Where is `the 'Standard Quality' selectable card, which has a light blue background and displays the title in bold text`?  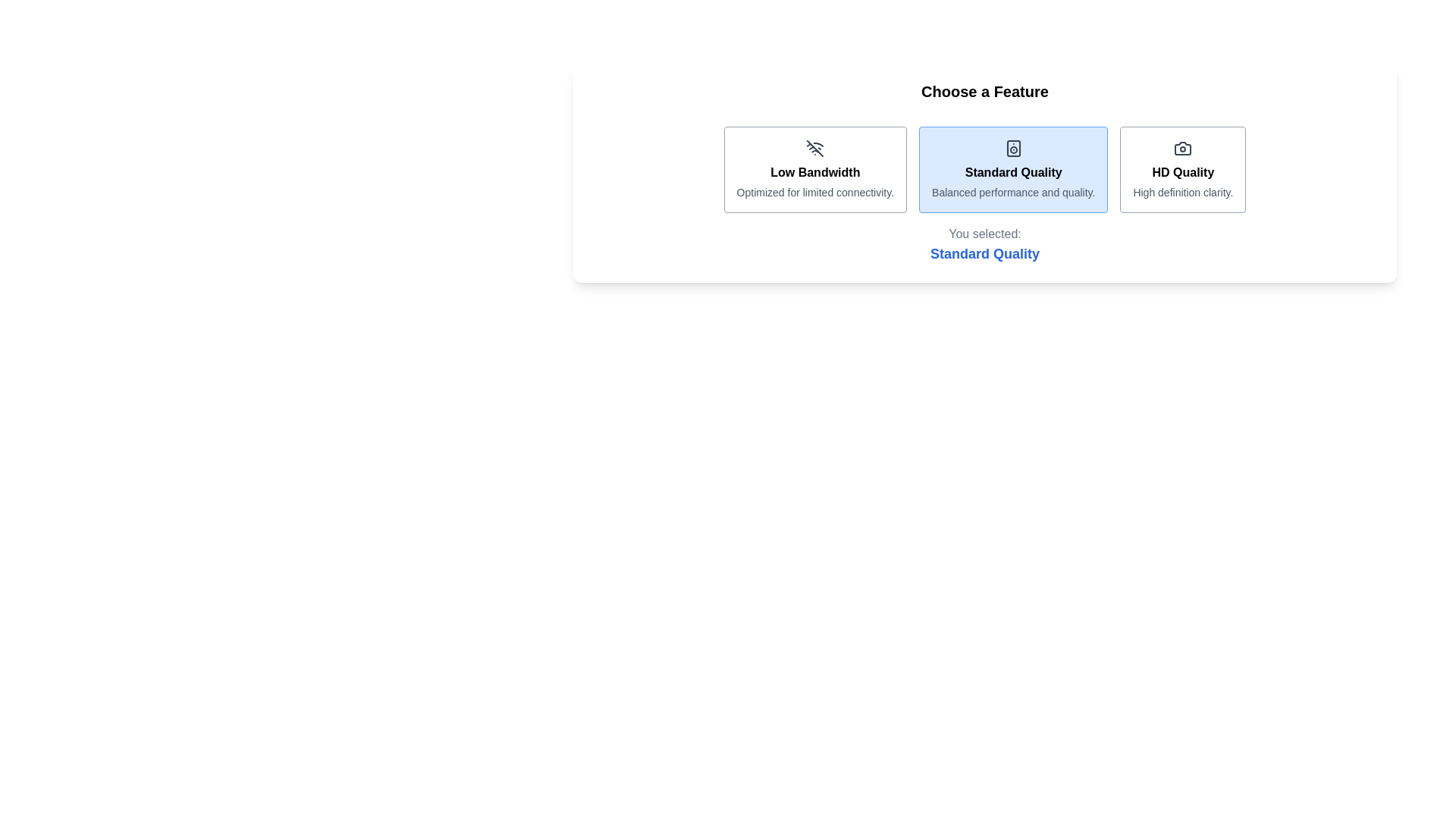 the 'Standard Quality' selectable card, which has a light blue background and displays the title in bold text is located at coordinates (1013, 169).